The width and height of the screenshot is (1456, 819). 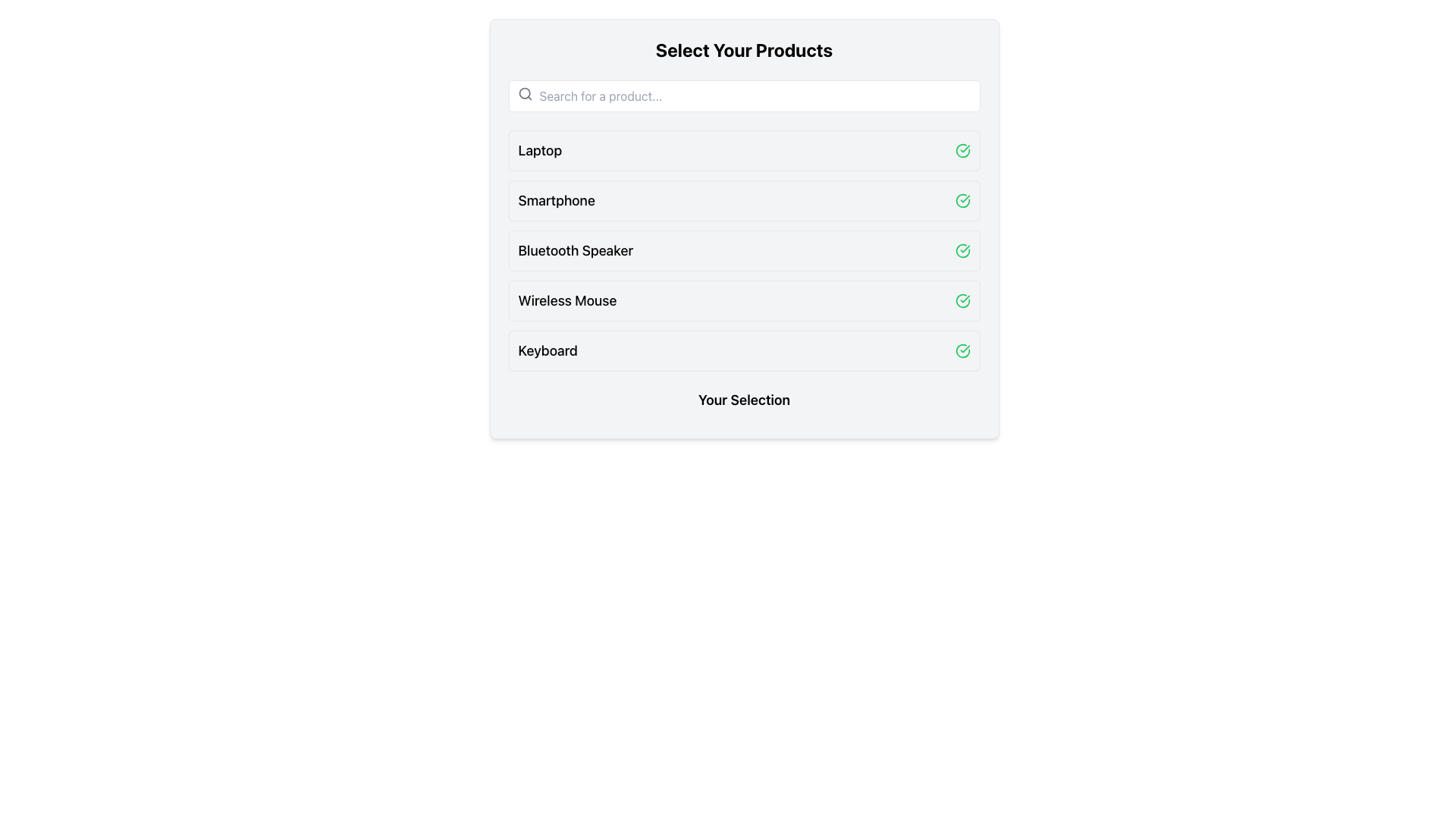 I want to click on the list item element labeled 'Bluetooth Speaker', which is the third item under 'Select Your Products', so click(x=744, y=250).